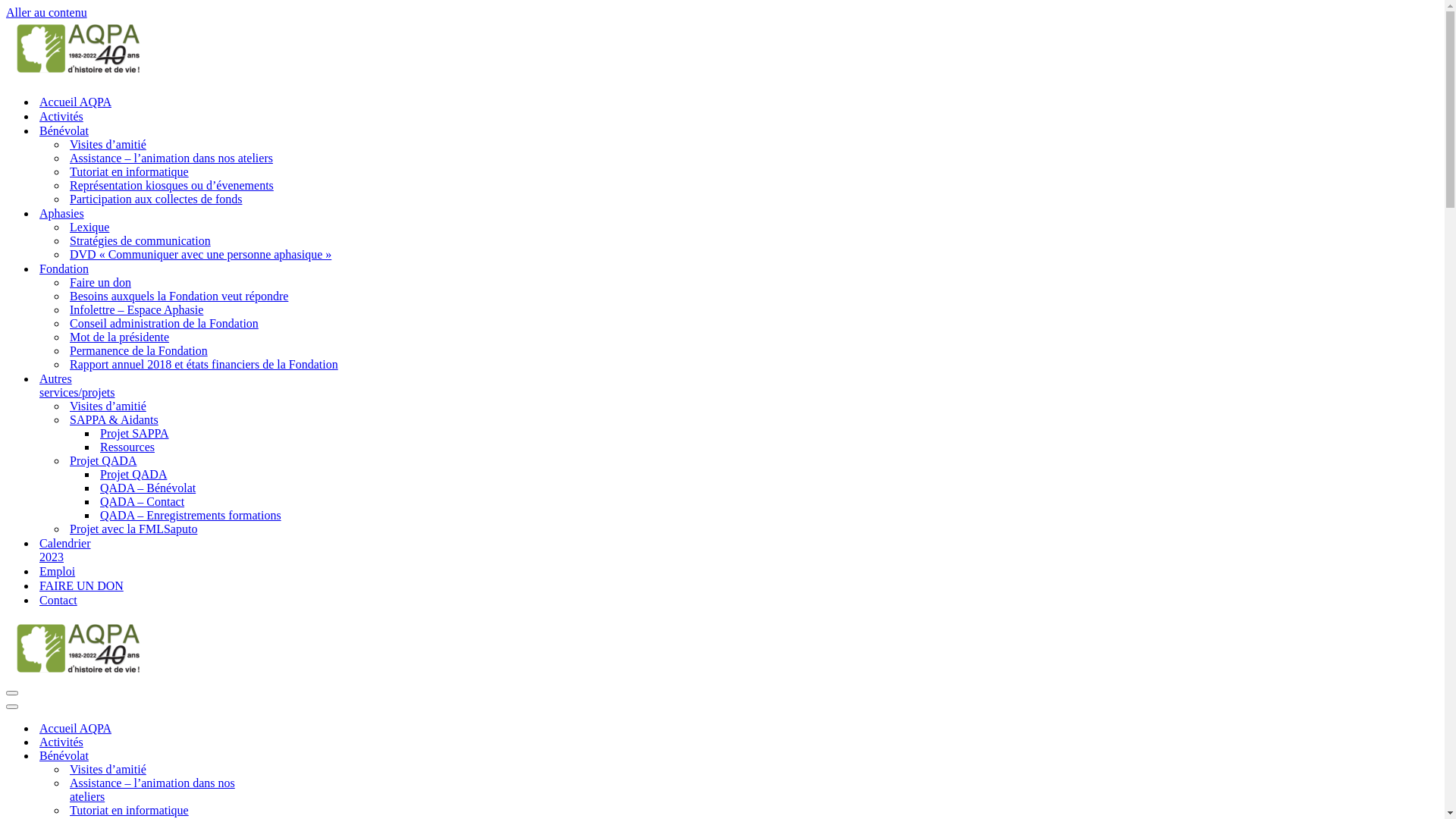 This screenshot has width=1456, height=819. I want to click on 'Projet QADA', so click(99, 473).